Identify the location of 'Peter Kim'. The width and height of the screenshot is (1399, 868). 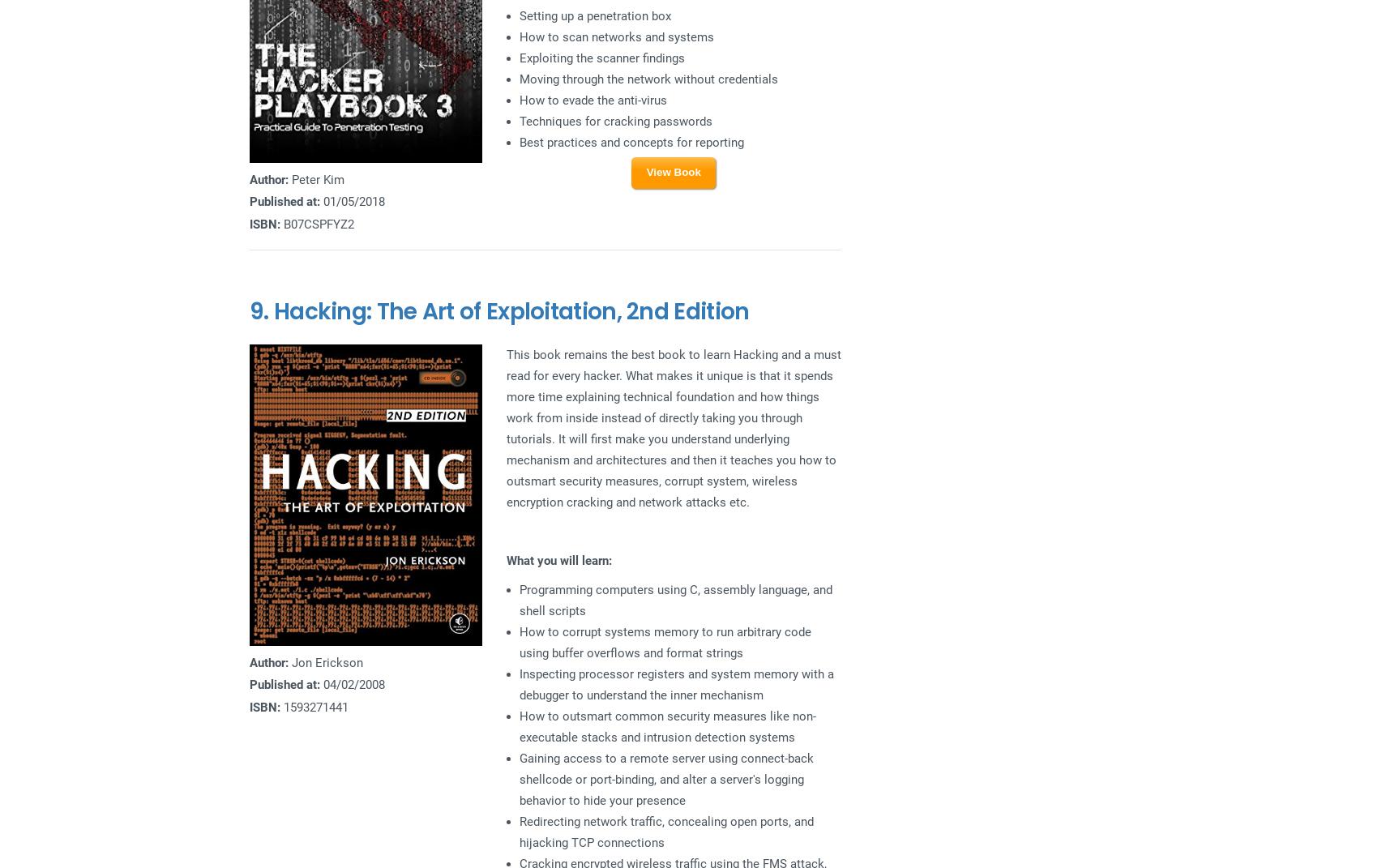
(316, 177).